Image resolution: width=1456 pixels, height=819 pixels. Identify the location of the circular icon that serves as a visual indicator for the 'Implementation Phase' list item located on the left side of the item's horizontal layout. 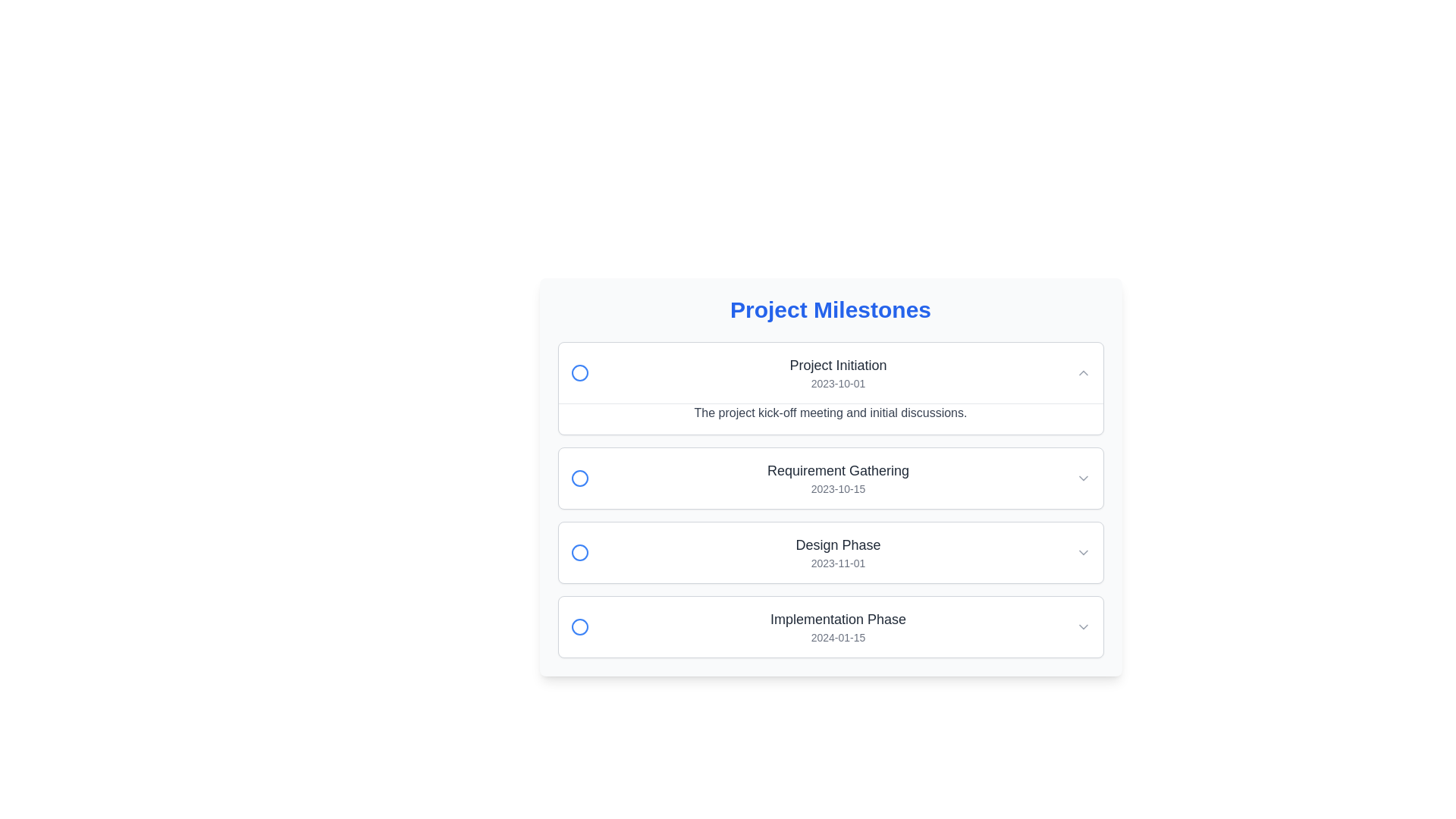
(579, 626).